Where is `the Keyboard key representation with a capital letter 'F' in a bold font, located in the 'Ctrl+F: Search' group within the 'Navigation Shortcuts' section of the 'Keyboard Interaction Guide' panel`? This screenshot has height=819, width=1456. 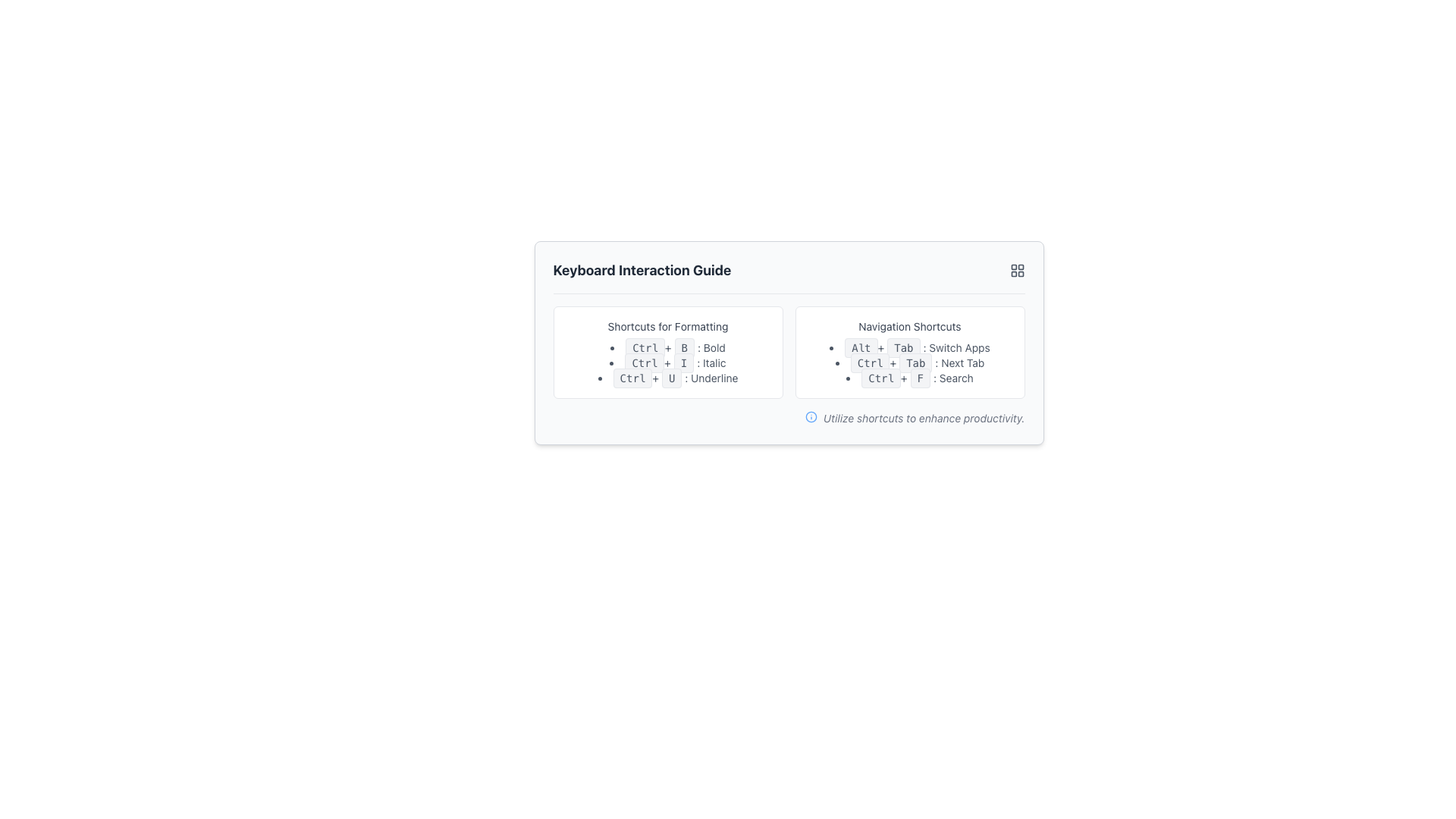
the Keyboard key representation with a capital letter 'F' in a bold font, located in the 'Ctrl+F: Search' group within the 'Navigation Shortcuts' section of the 'Keyboard Interaction Guide' panel is located at coordinates (919, 377).